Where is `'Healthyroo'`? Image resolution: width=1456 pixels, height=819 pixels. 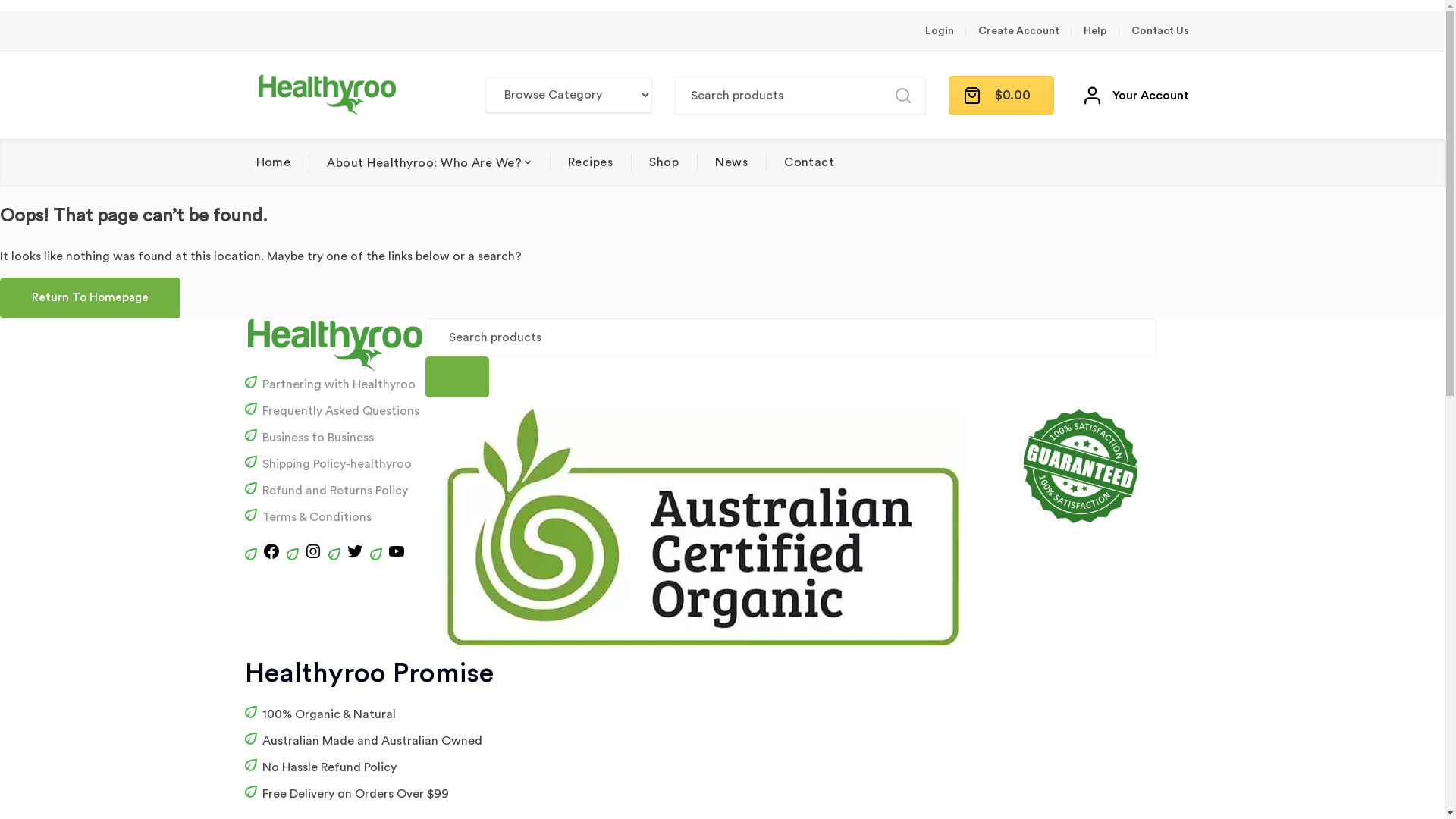 'Healthyroo' is located at coordinates (326, 95).